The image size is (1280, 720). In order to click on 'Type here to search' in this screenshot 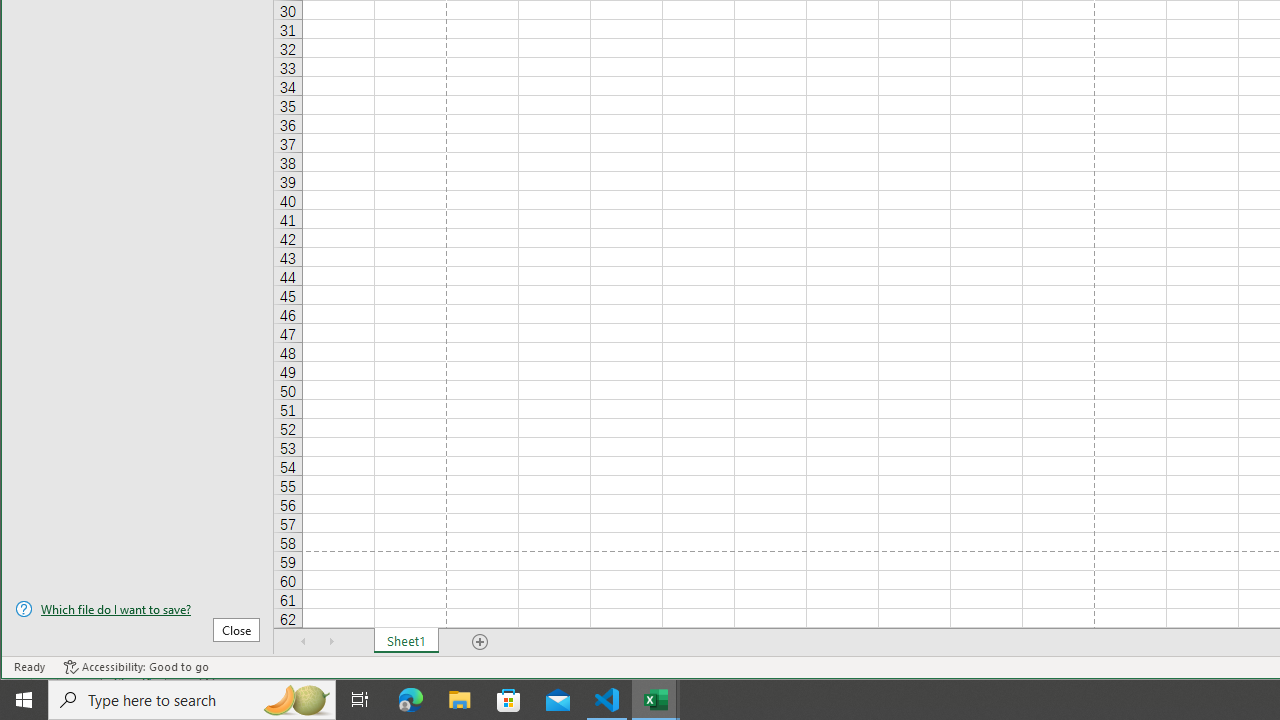, I will do `click(192, 698)`.